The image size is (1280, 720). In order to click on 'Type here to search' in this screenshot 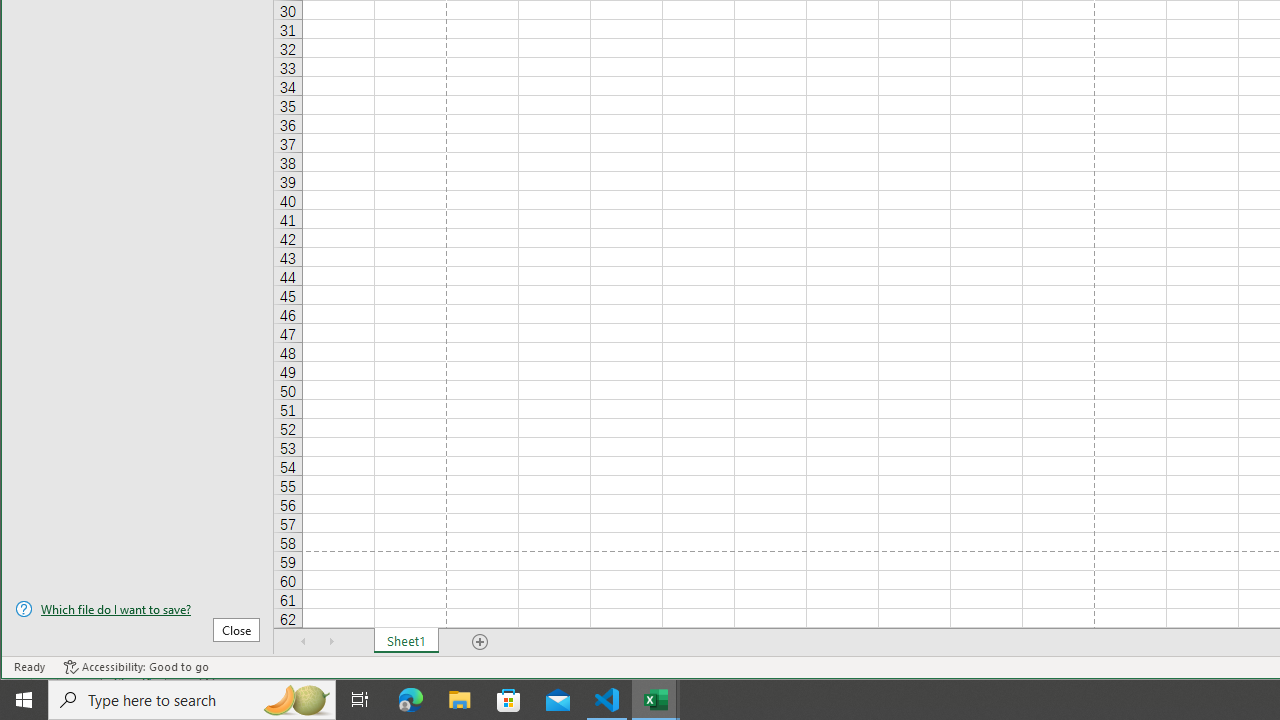, I will do `click(192, 698)`.